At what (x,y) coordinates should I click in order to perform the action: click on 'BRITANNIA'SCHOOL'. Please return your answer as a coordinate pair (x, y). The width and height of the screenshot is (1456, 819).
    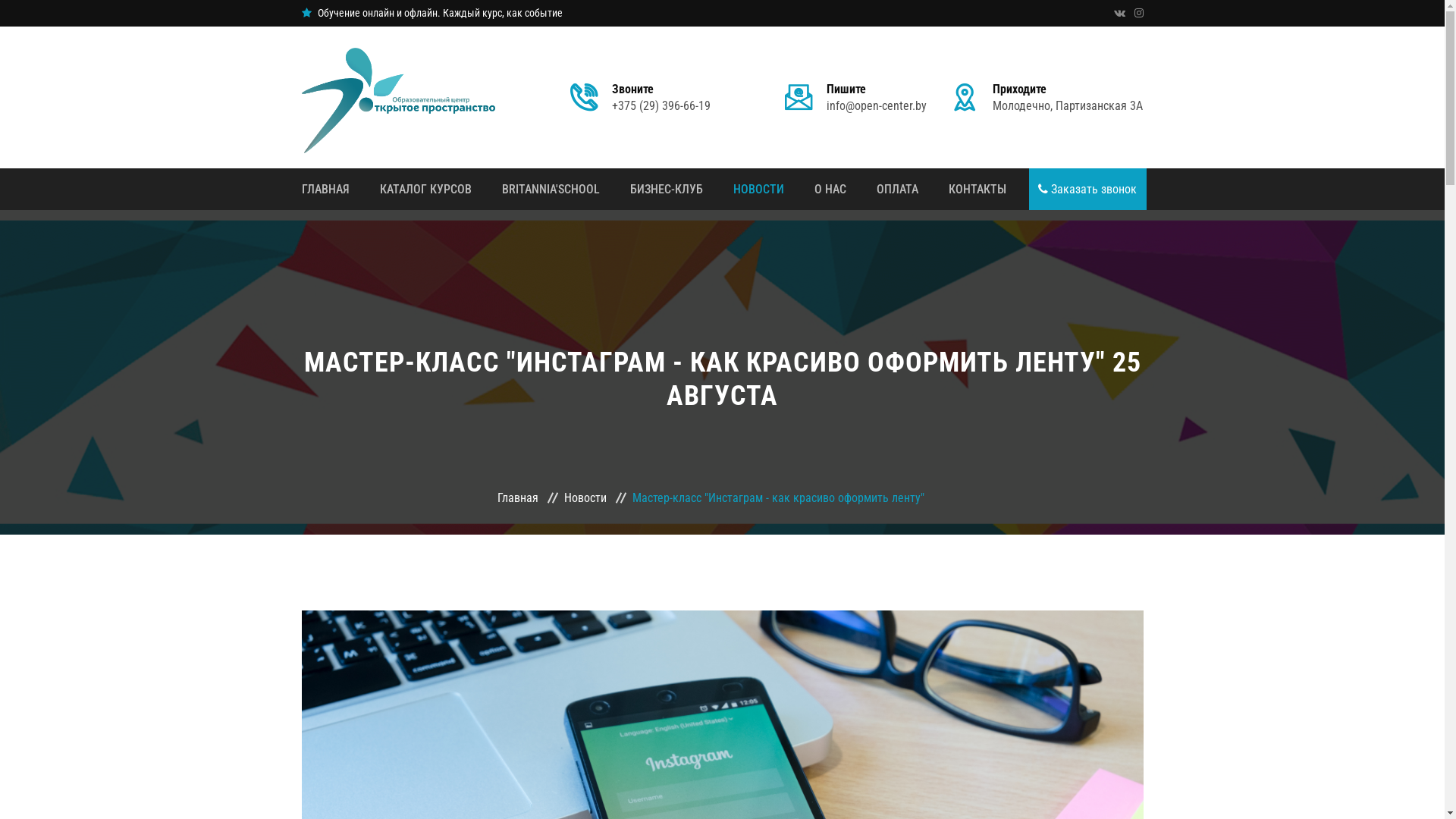
    Looking at the image, I should click on (550, 188).